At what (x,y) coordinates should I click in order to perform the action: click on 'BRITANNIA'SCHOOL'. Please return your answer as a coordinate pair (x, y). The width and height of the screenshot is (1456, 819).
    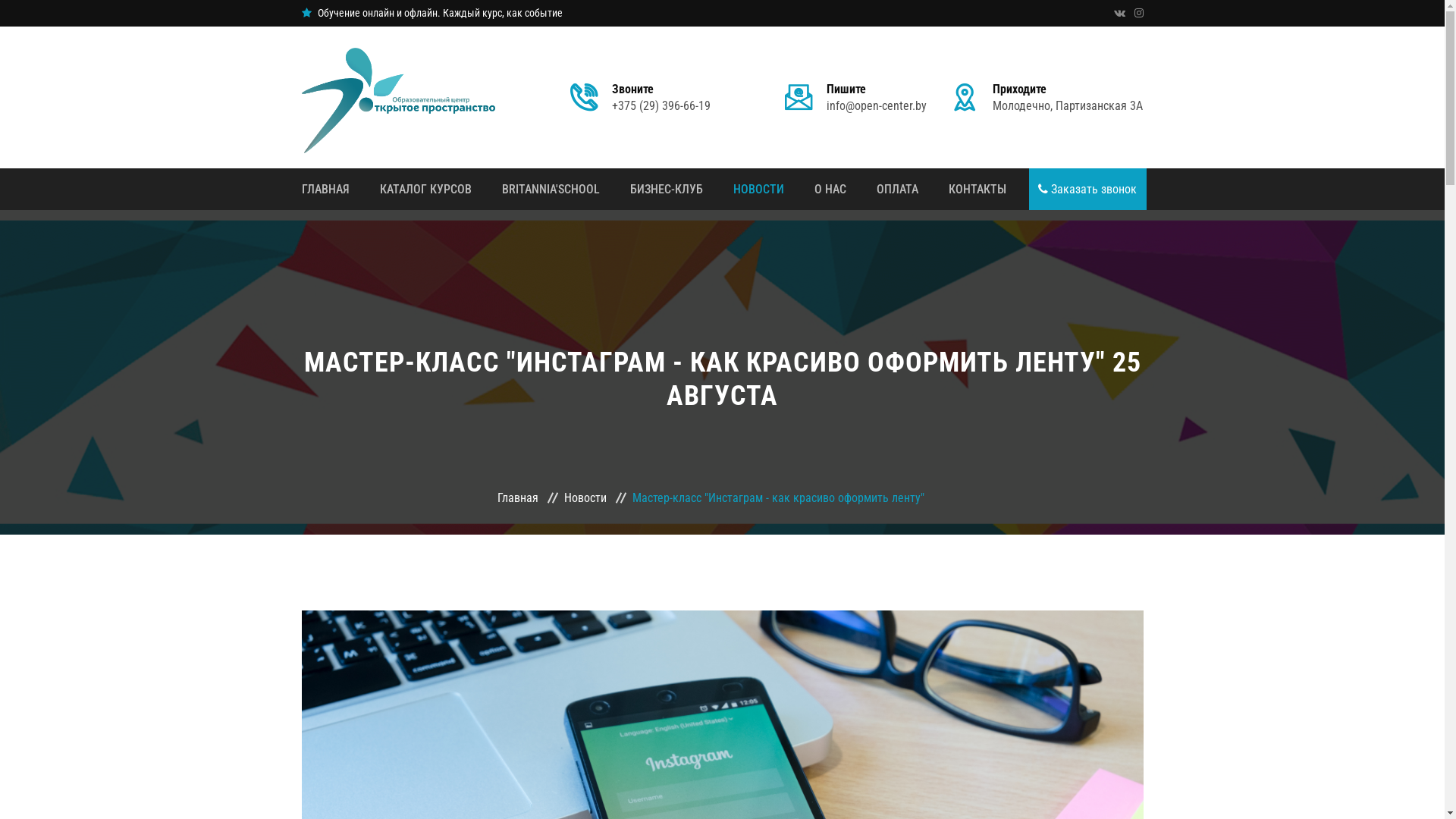
    Looking at the image, I should click on (550, 188).